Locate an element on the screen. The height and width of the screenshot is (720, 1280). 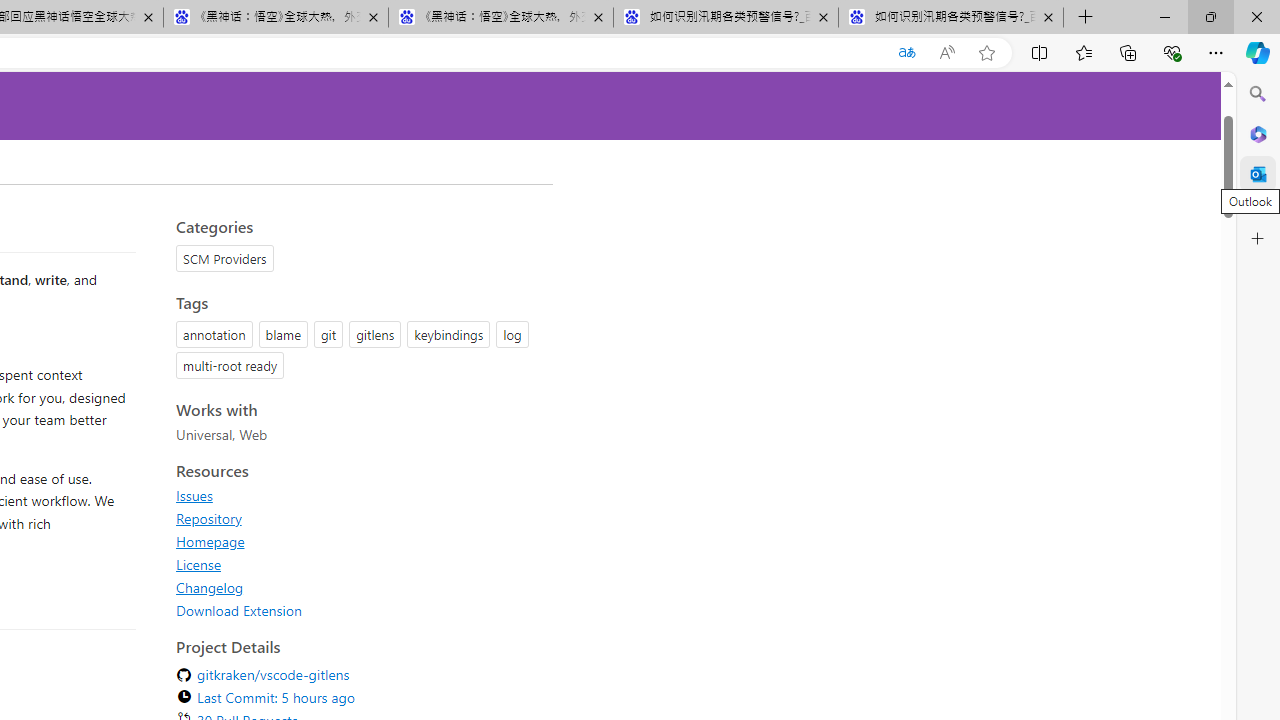
'Repository' is located at coordinates (209, 517).